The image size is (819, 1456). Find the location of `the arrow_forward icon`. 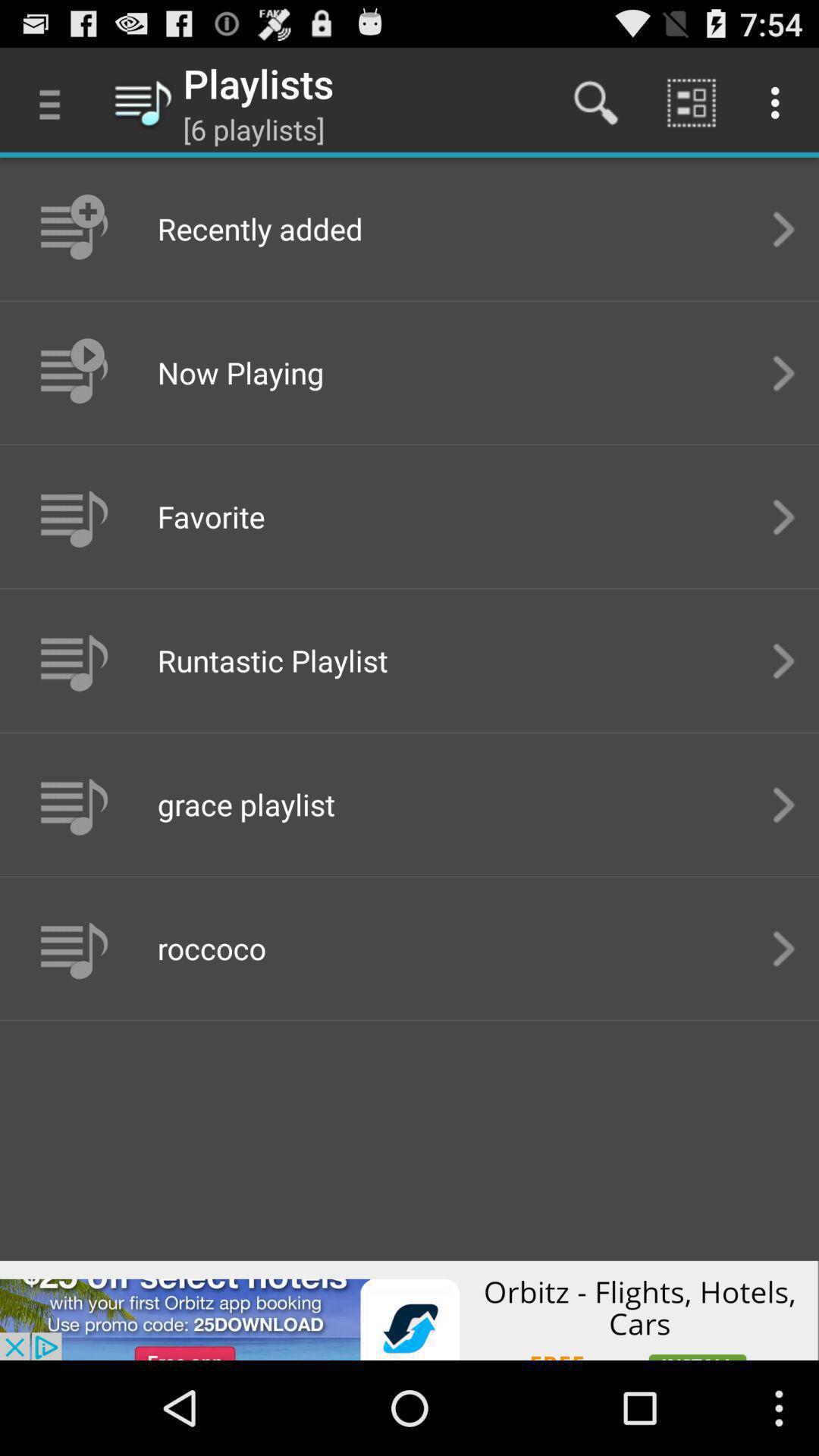

the arrow_forward icon is located at coordinates (753, 706).